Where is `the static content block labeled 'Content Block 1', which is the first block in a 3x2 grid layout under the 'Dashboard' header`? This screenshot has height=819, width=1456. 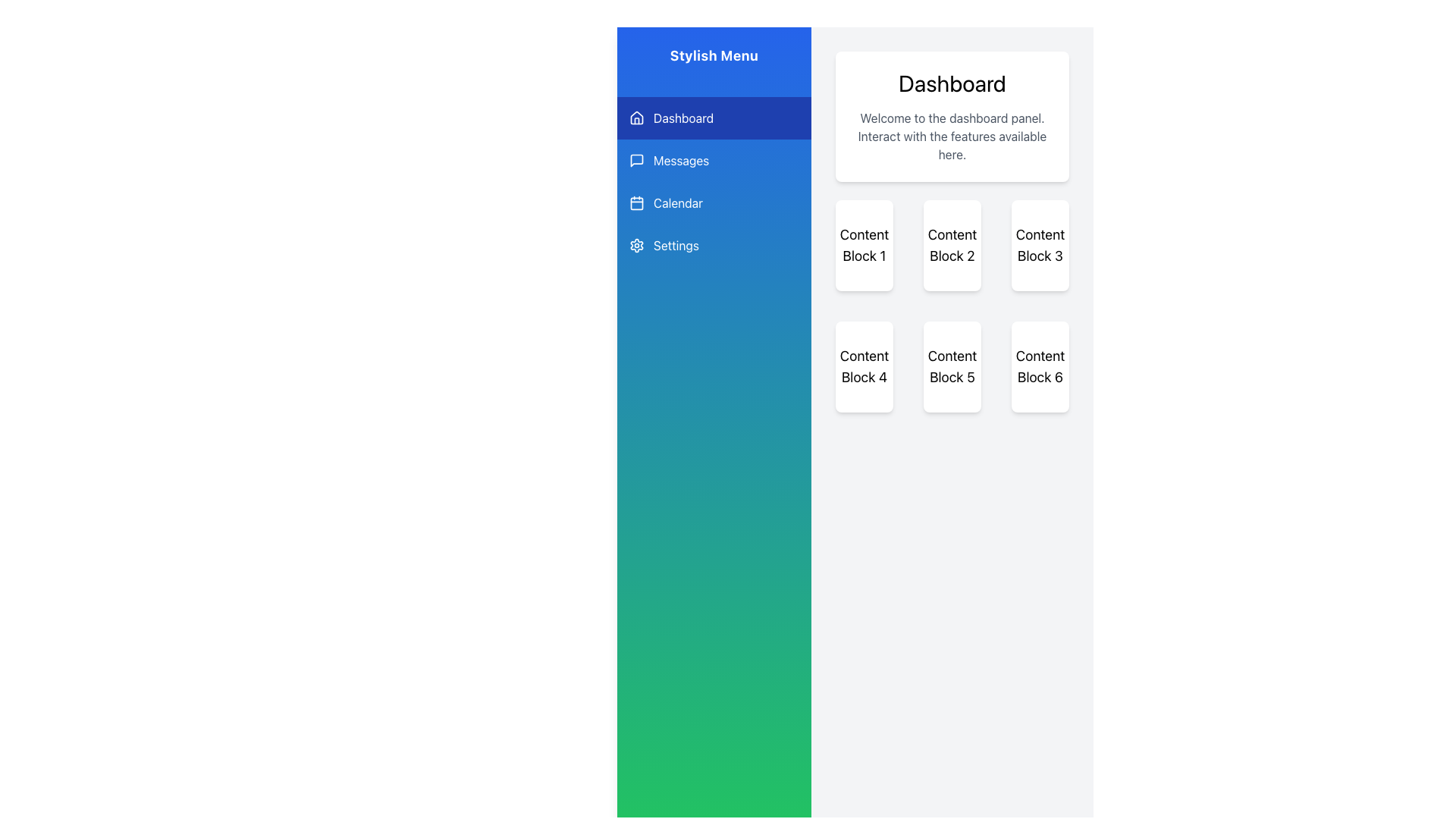
the static content block labeled 'Content Block 1', which is the first block in a 3x2 grid layout under the 'Dashboard' header is located at coordinates (864, 245).